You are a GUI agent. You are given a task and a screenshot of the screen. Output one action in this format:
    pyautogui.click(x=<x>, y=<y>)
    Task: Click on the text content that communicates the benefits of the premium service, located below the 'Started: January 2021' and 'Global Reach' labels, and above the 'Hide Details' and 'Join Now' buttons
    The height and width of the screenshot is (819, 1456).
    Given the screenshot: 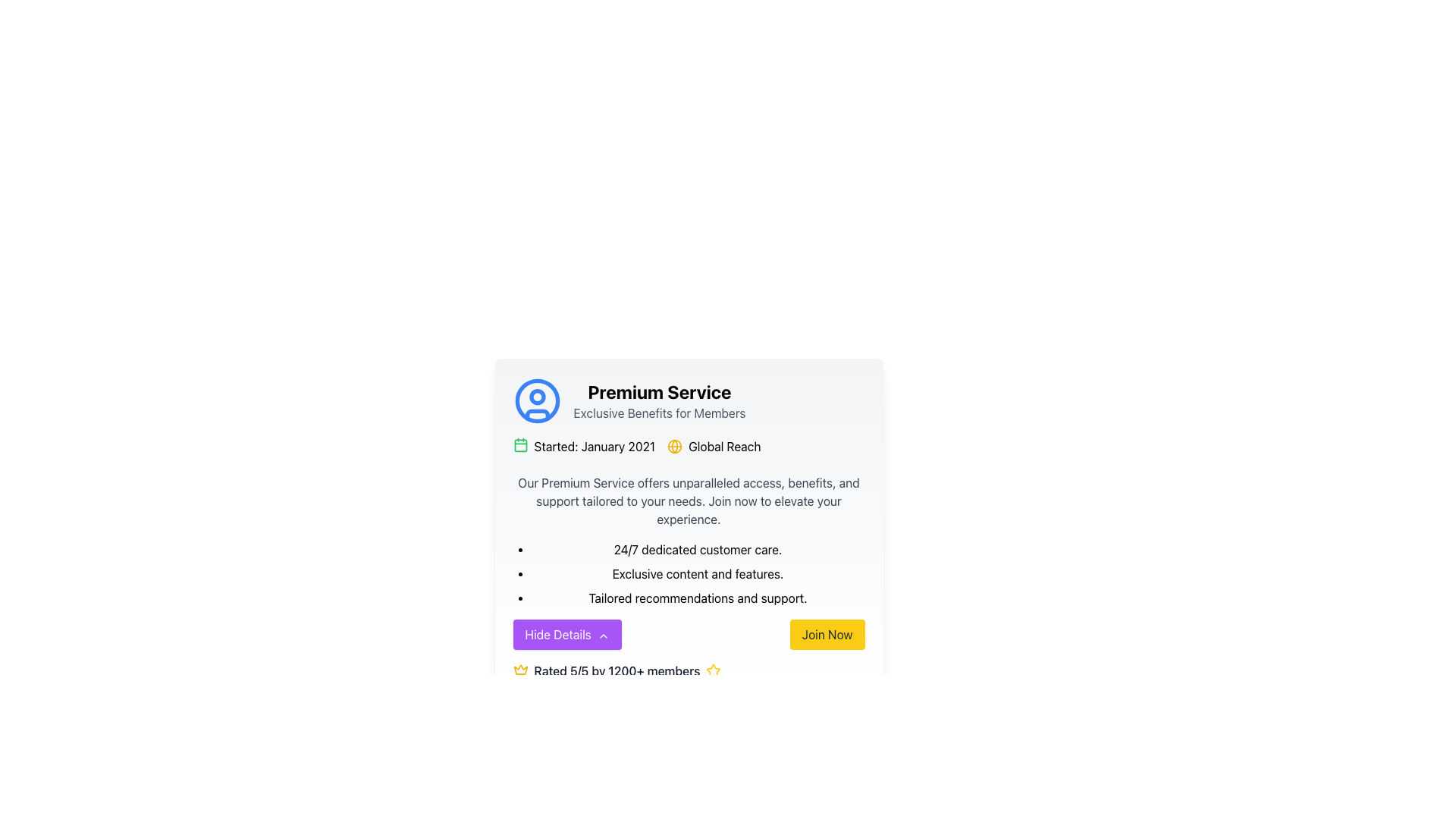 What is the action you would take?
    pyautogui.click(x=688, y=540)
    